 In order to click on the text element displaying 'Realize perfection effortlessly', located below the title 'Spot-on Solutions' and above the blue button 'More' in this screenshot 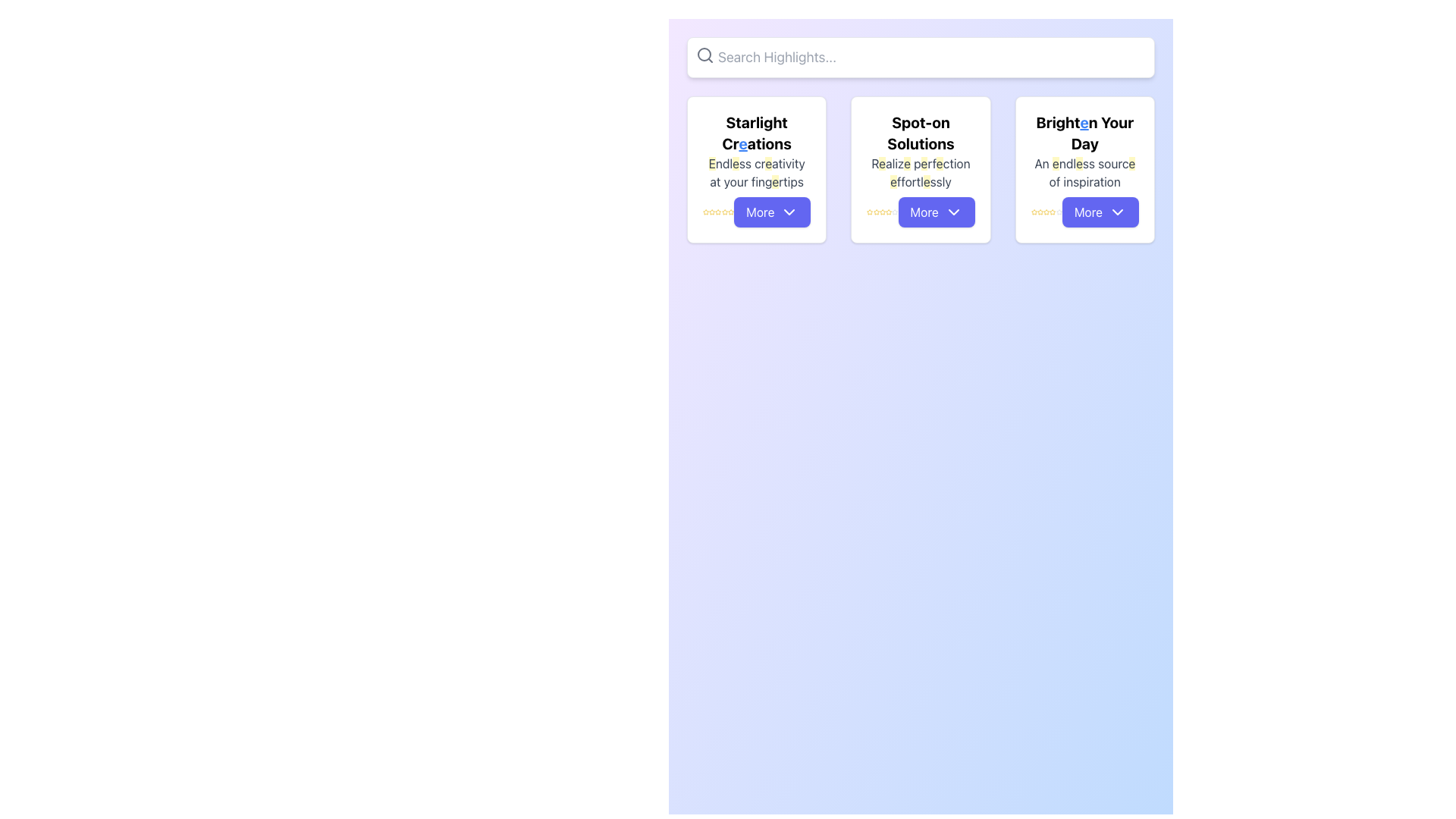, I will do `click(920, 171)`.